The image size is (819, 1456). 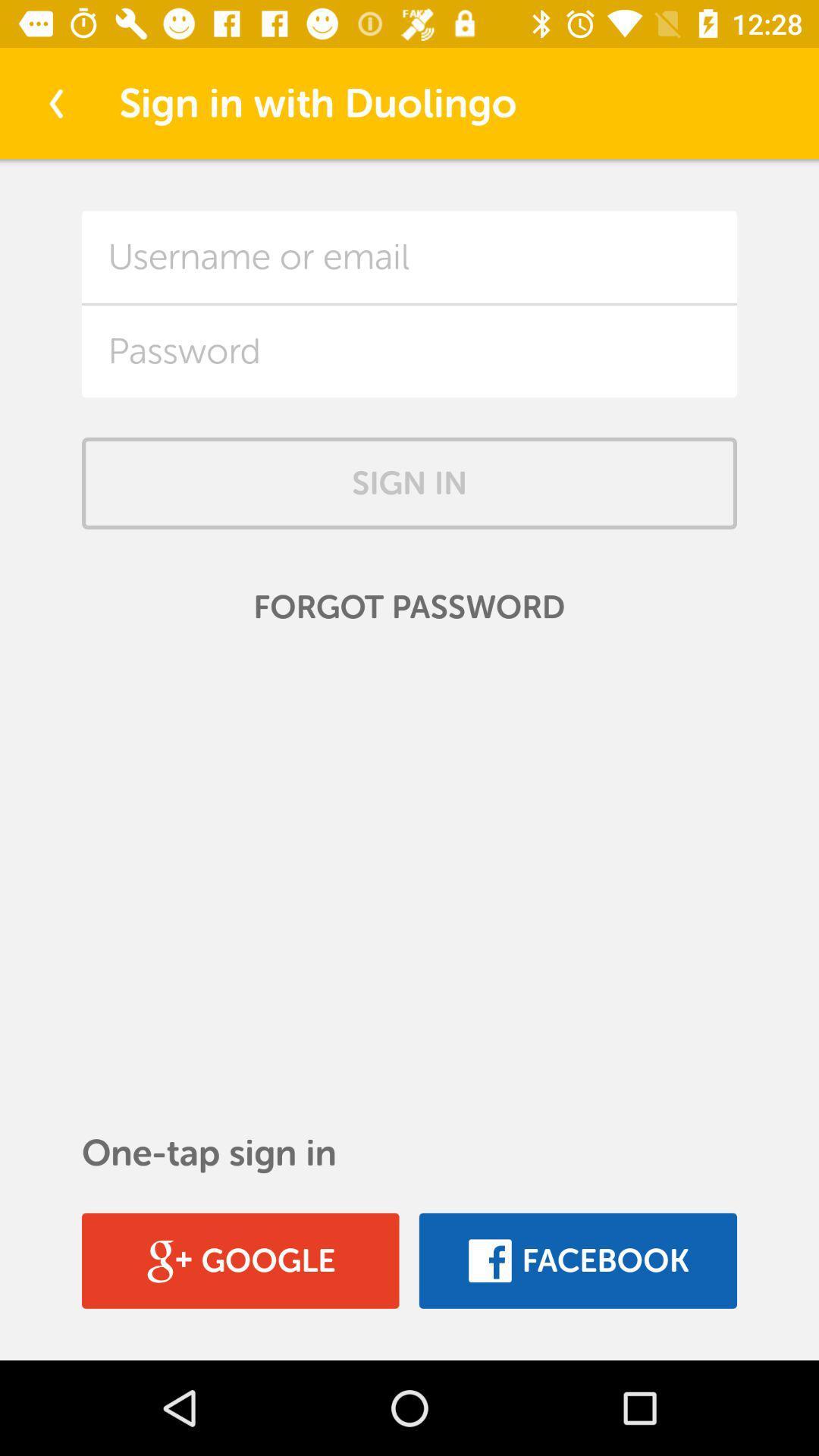 I want to click on field to input password, so click(x=409, y=350).